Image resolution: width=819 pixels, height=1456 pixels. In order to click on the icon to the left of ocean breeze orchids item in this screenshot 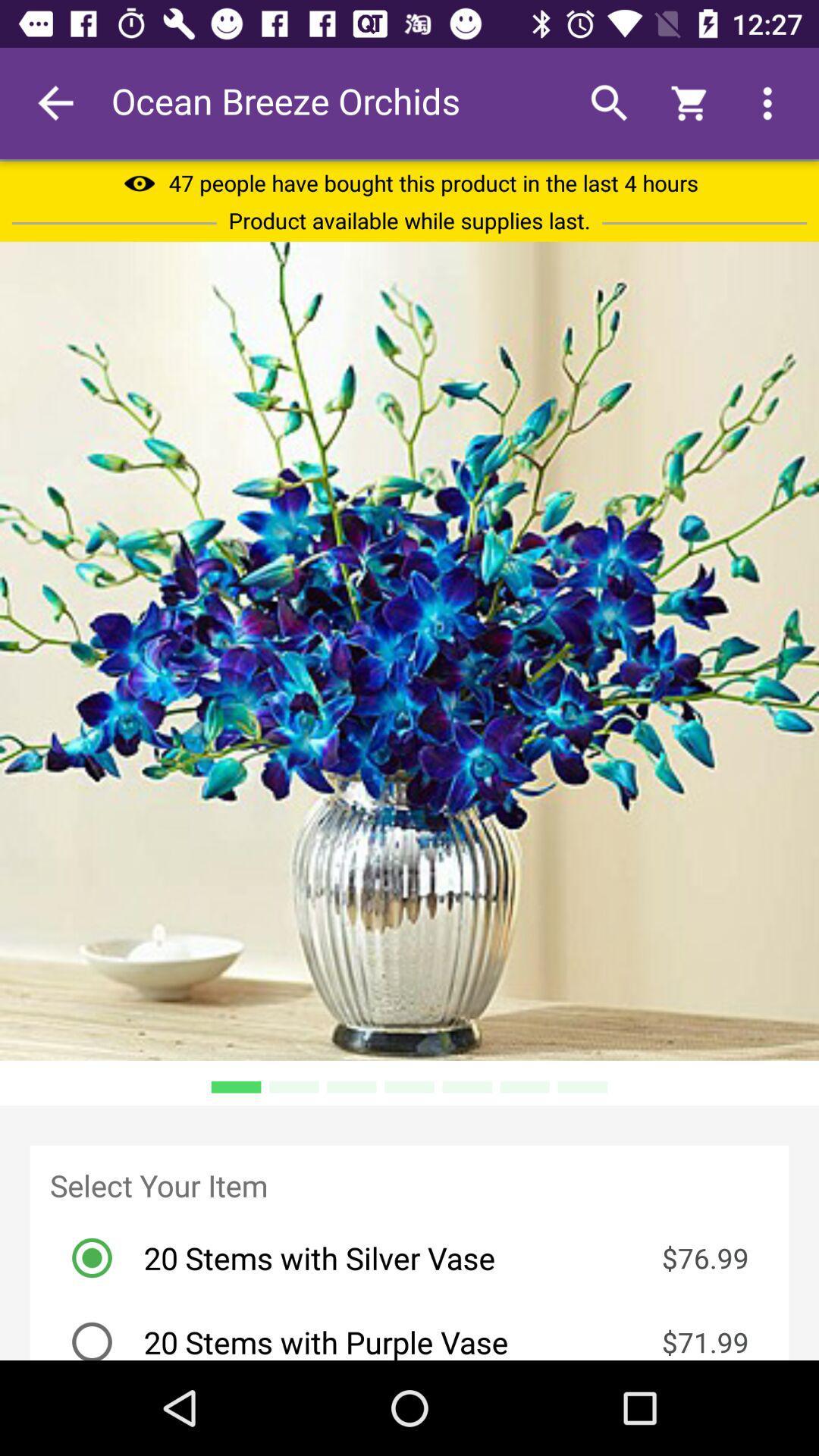, I will do `click(55, 102)`.